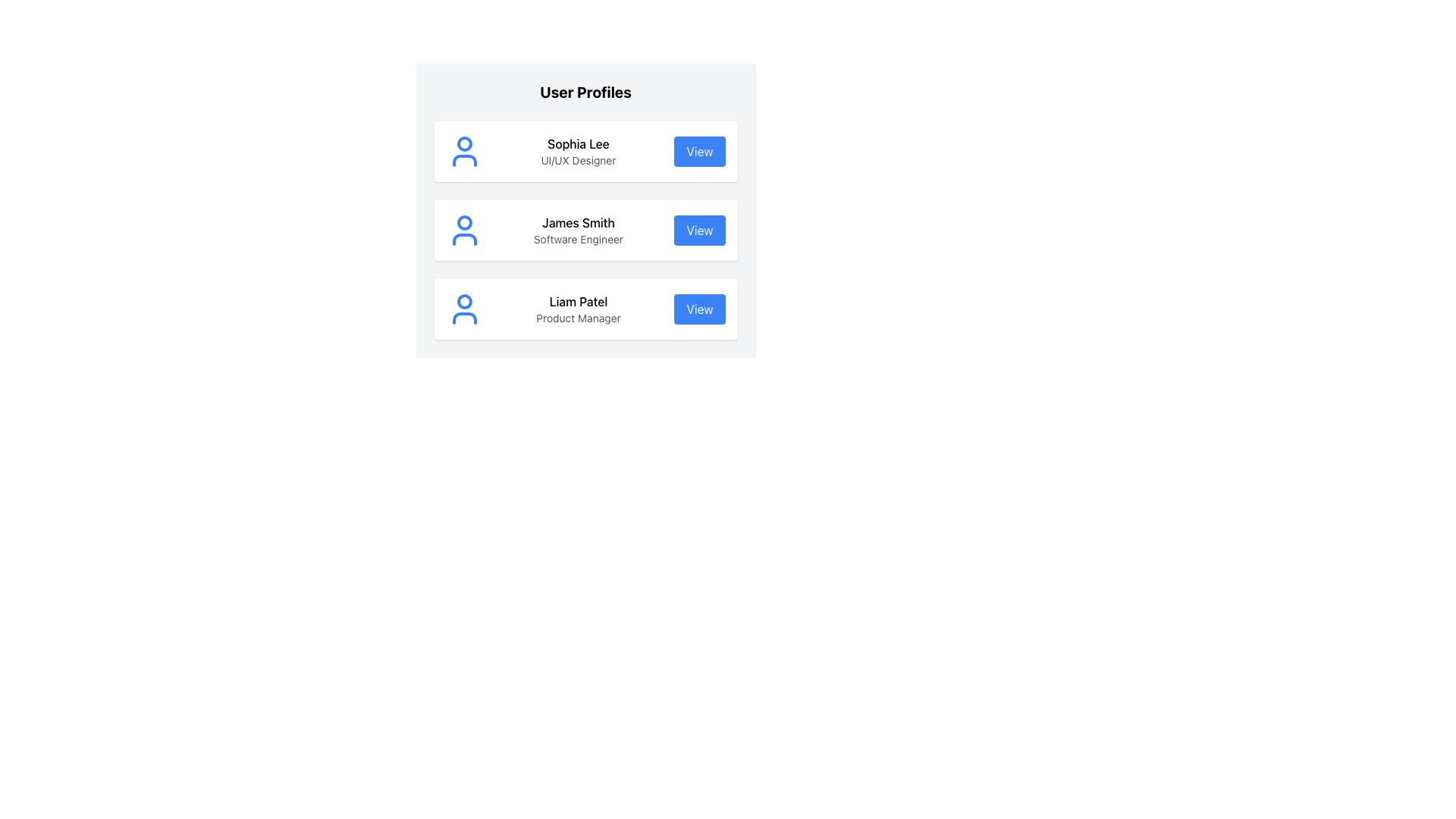  Describe the element at coordinates (463, 318) in the screenshot. I see `the decorative torso icon fragment of the user representation for 'Liam Patel', which is located in the lower portion of the icon and is centered within the icon box` at that location.